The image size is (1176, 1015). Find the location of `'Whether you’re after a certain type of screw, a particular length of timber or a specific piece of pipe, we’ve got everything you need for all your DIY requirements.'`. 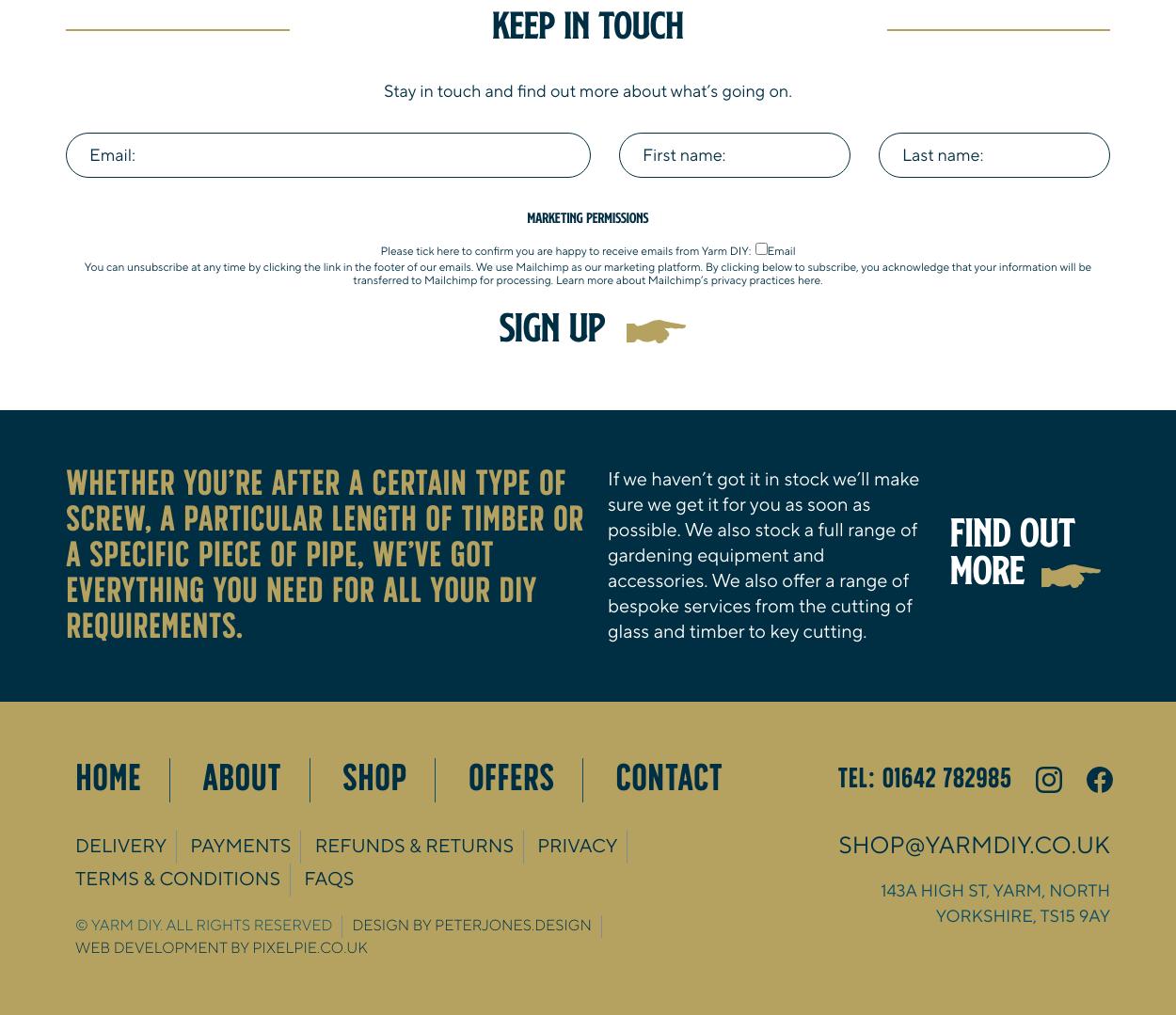

'Whether you’re after a certain type of screw, a particular length of timber or a specific piece of pipe, we’ve got everything you need for all your DIY requirements.' is located at coordinates (65, 555).